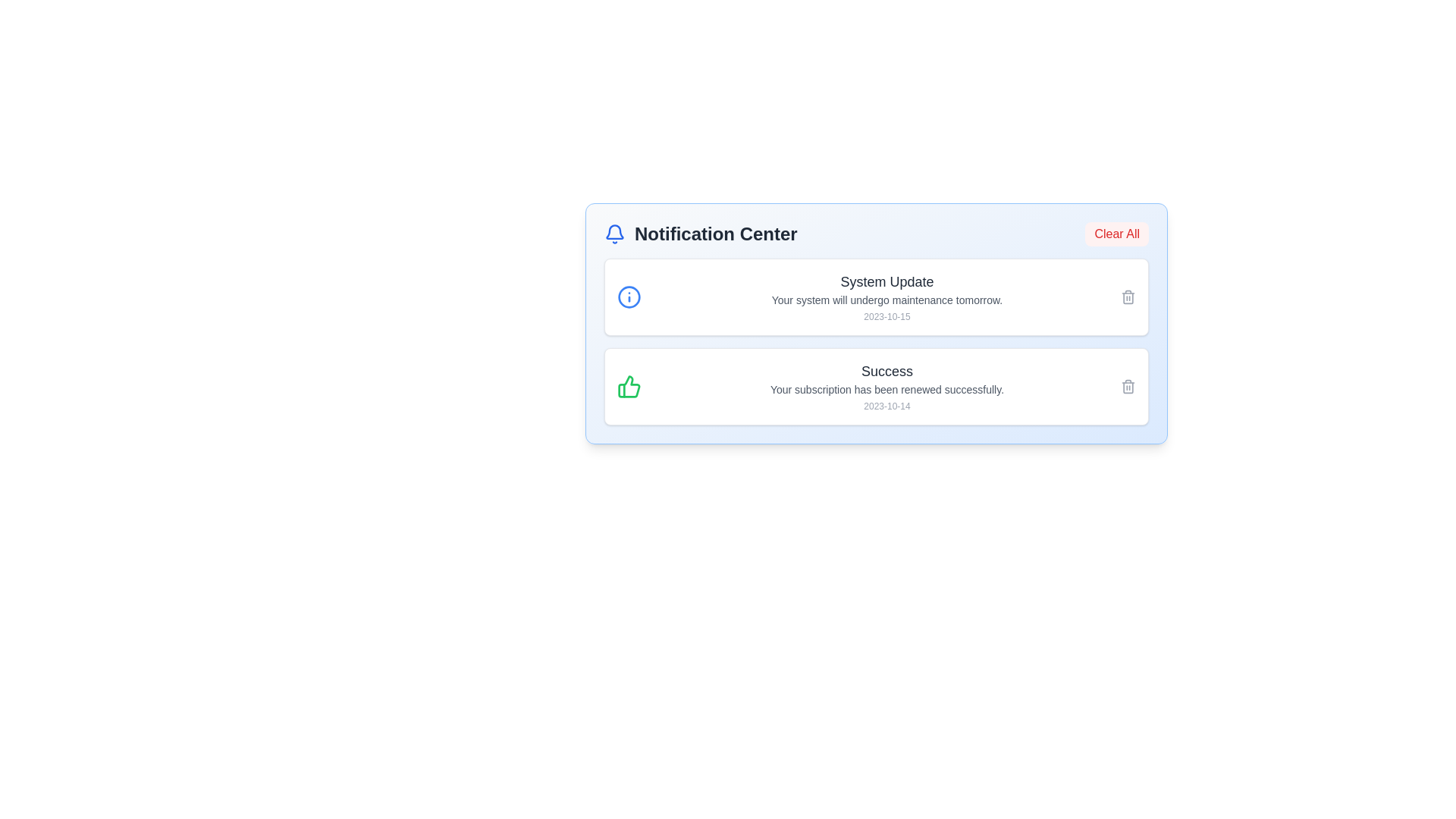 The width and height of the screenshot is (1456, 819). What do you see at coordinates (877, 297) in the screenshot?
I see `the first notification card within the Notification Center that notifies the user about a system update scheduled for tomorrow` at bounding box center [877, 297].